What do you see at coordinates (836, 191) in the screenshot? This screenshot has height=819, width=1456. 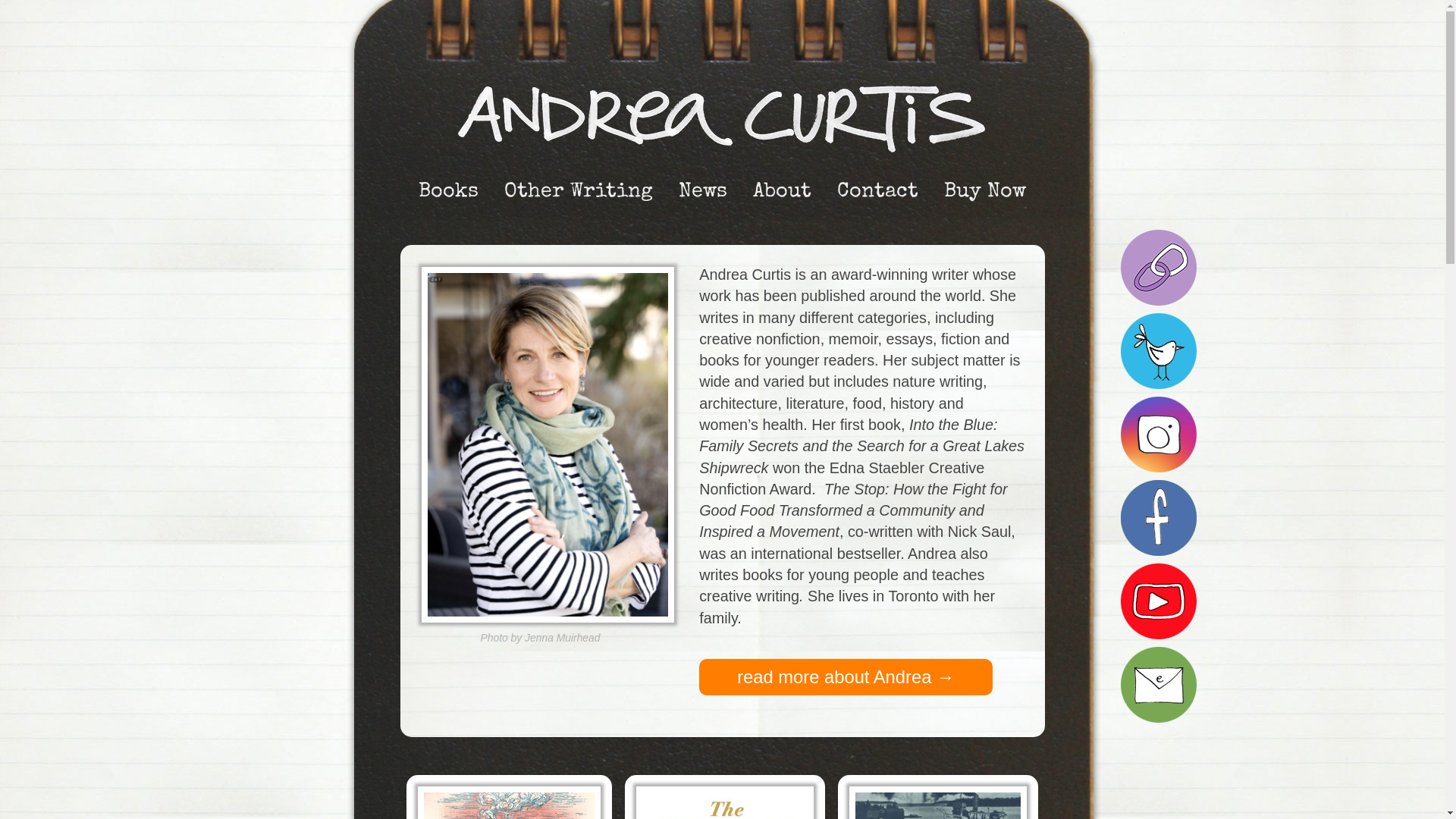 I see `'Contact'` at bounding box center [836, 191].